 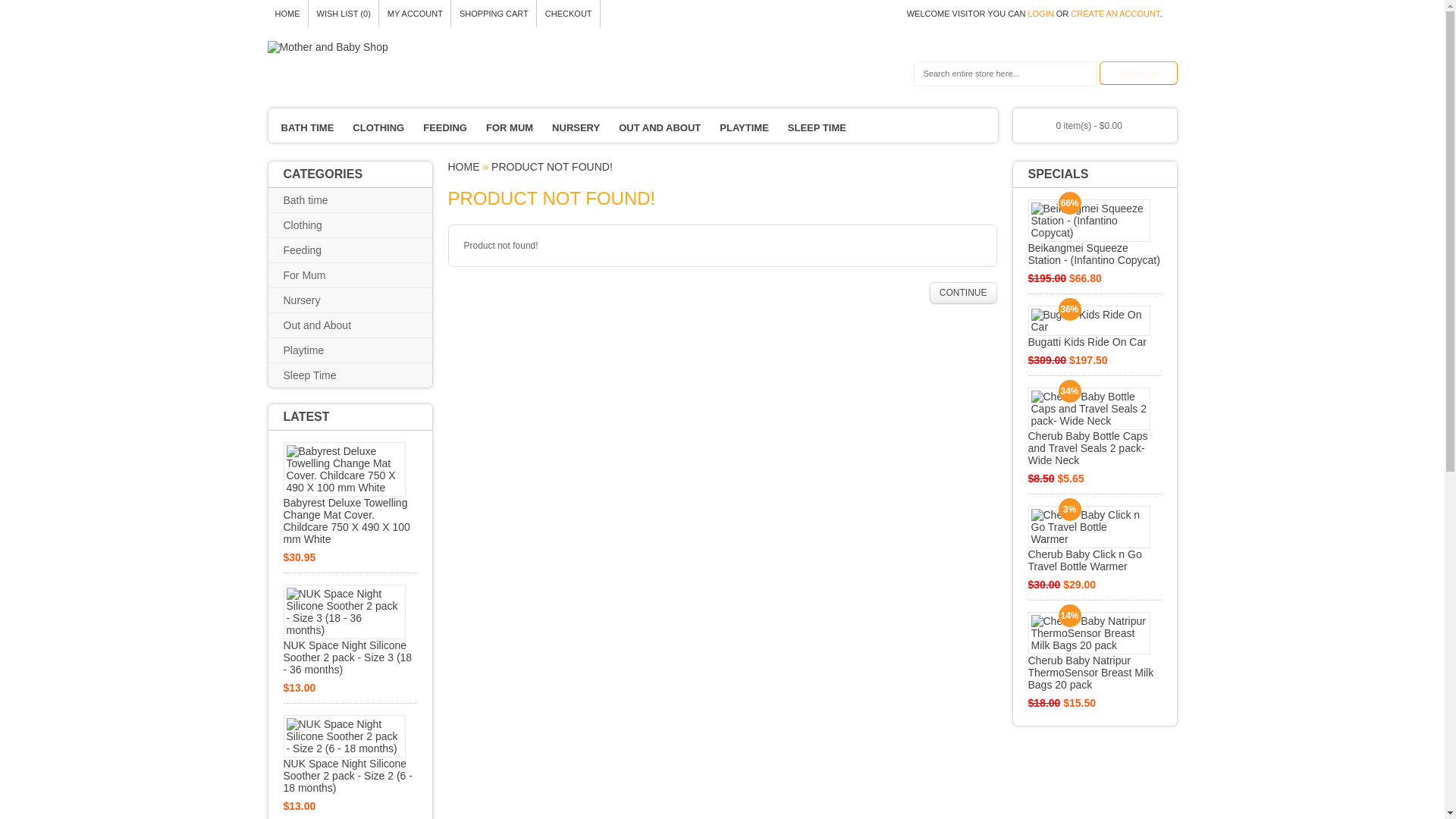 I want to click on 'CHECKOUT', so click(x=567, y=14).